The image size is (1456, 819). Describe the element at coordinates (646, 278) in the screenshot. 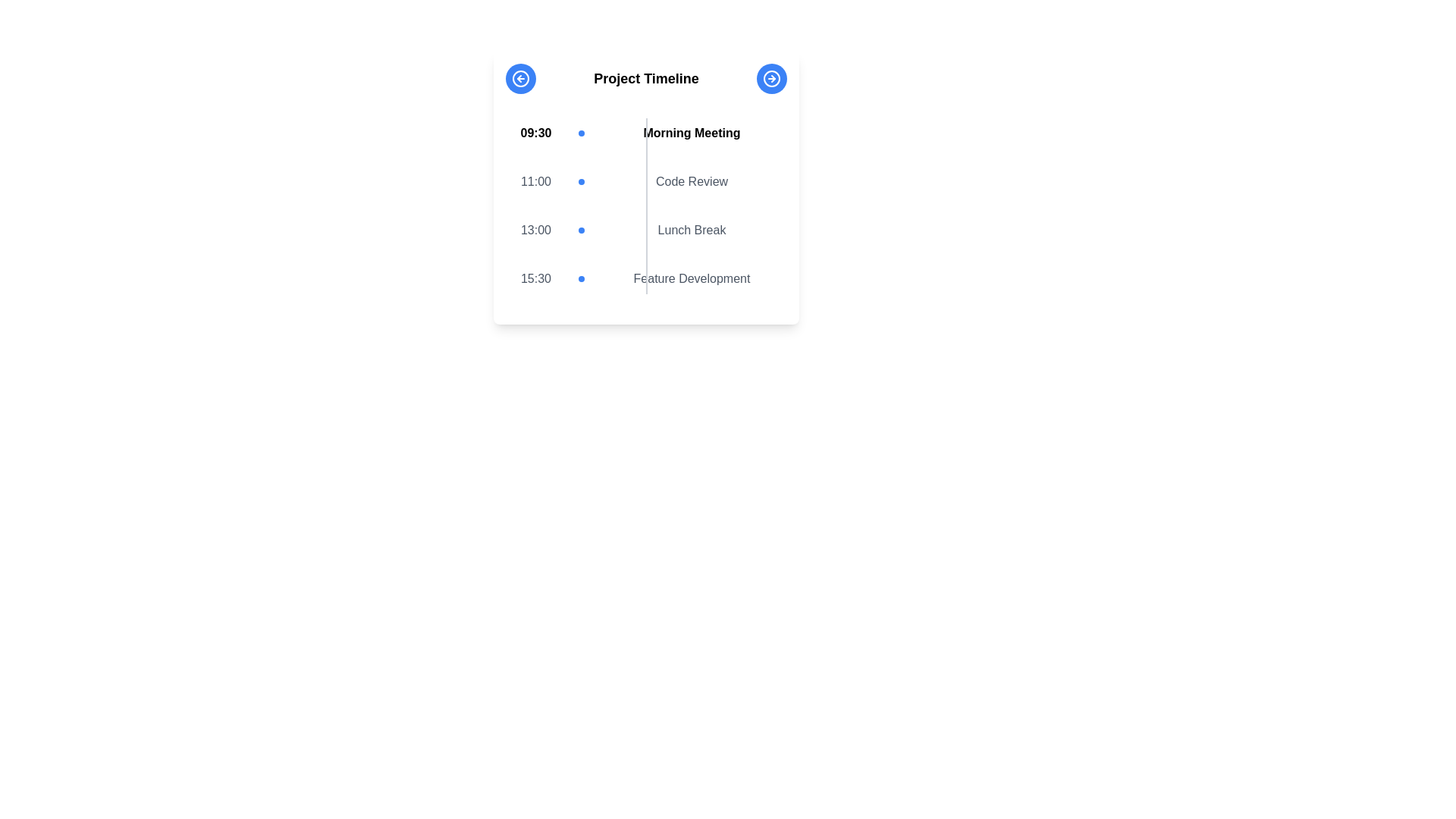

I see `the time slot list item for 'Feature Development' at '15:30', located at the fourth position under 'Project Timeline'` at that location.